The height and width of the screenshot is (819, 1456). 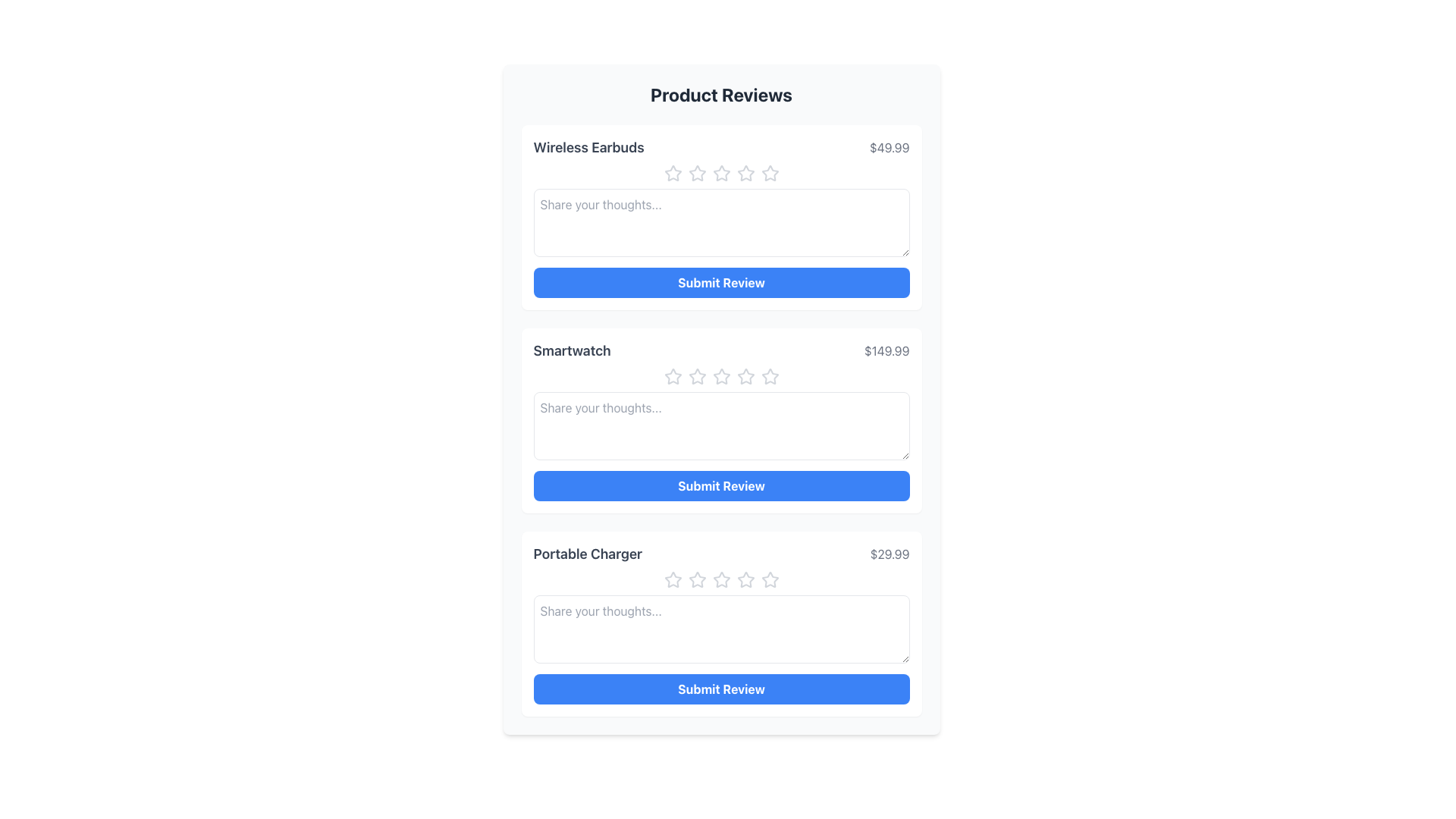 I want to click on the text label displaying the price '$149.99' in gray color, located in the second product review card titled 'Smartwatch', positioned to the far-right of the card and vertically aligned near the center, so click(x=886, y=350).